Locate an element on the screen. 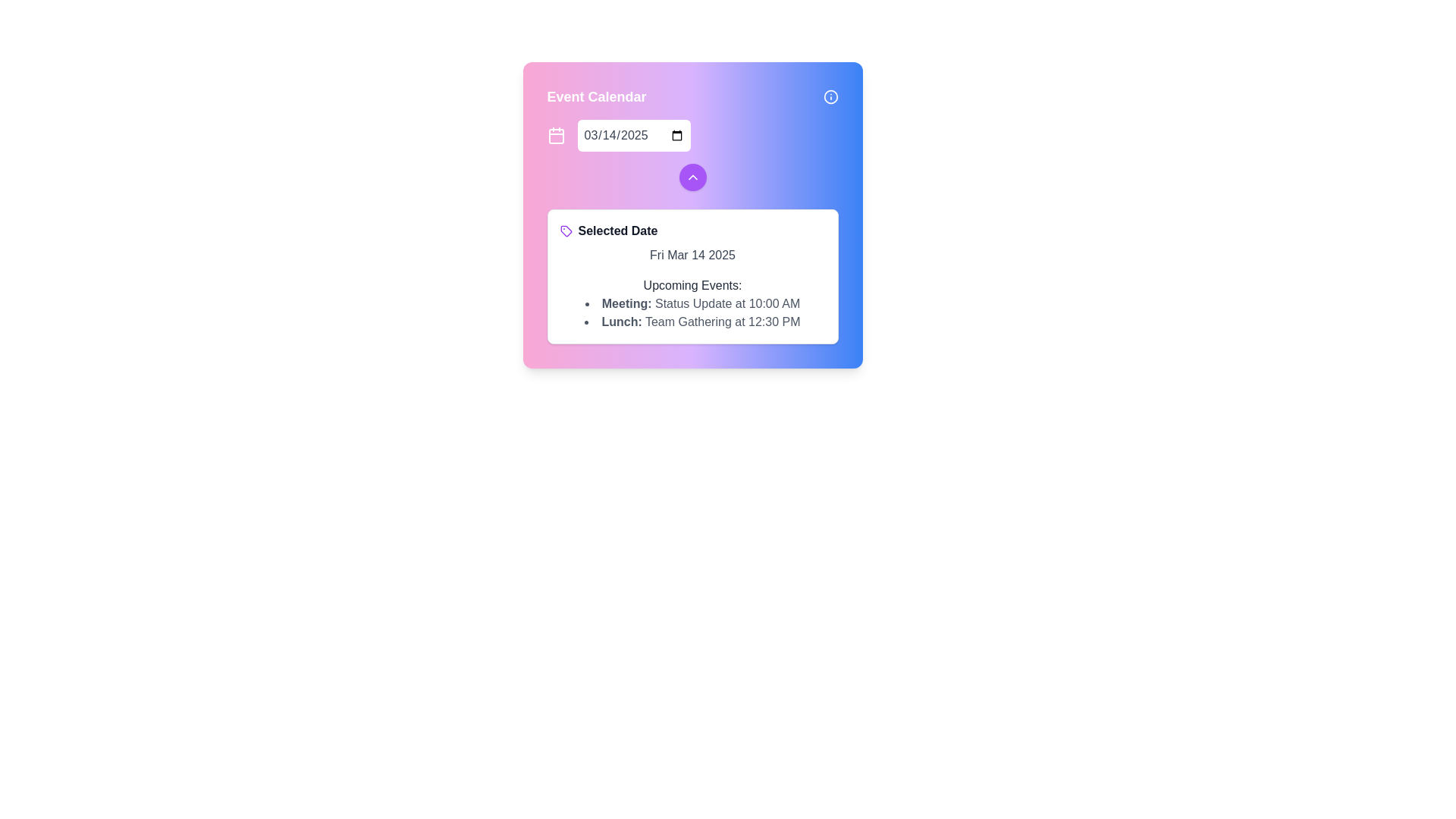  the text item displaying 'Meeting: Status Update at 10:00 AM' is located at coordinates (692, 304).